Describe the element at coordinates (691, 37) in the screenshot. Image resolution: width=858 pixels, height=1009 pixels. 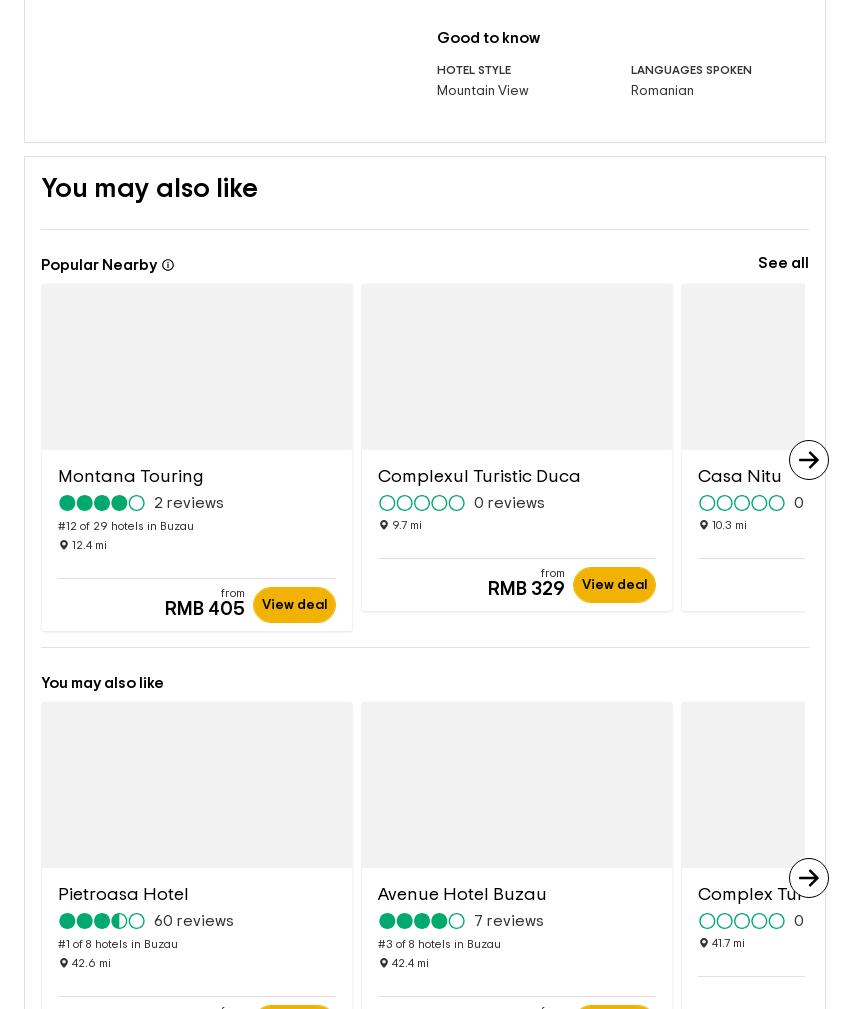
I see `'Languages Spoken'` at that location.